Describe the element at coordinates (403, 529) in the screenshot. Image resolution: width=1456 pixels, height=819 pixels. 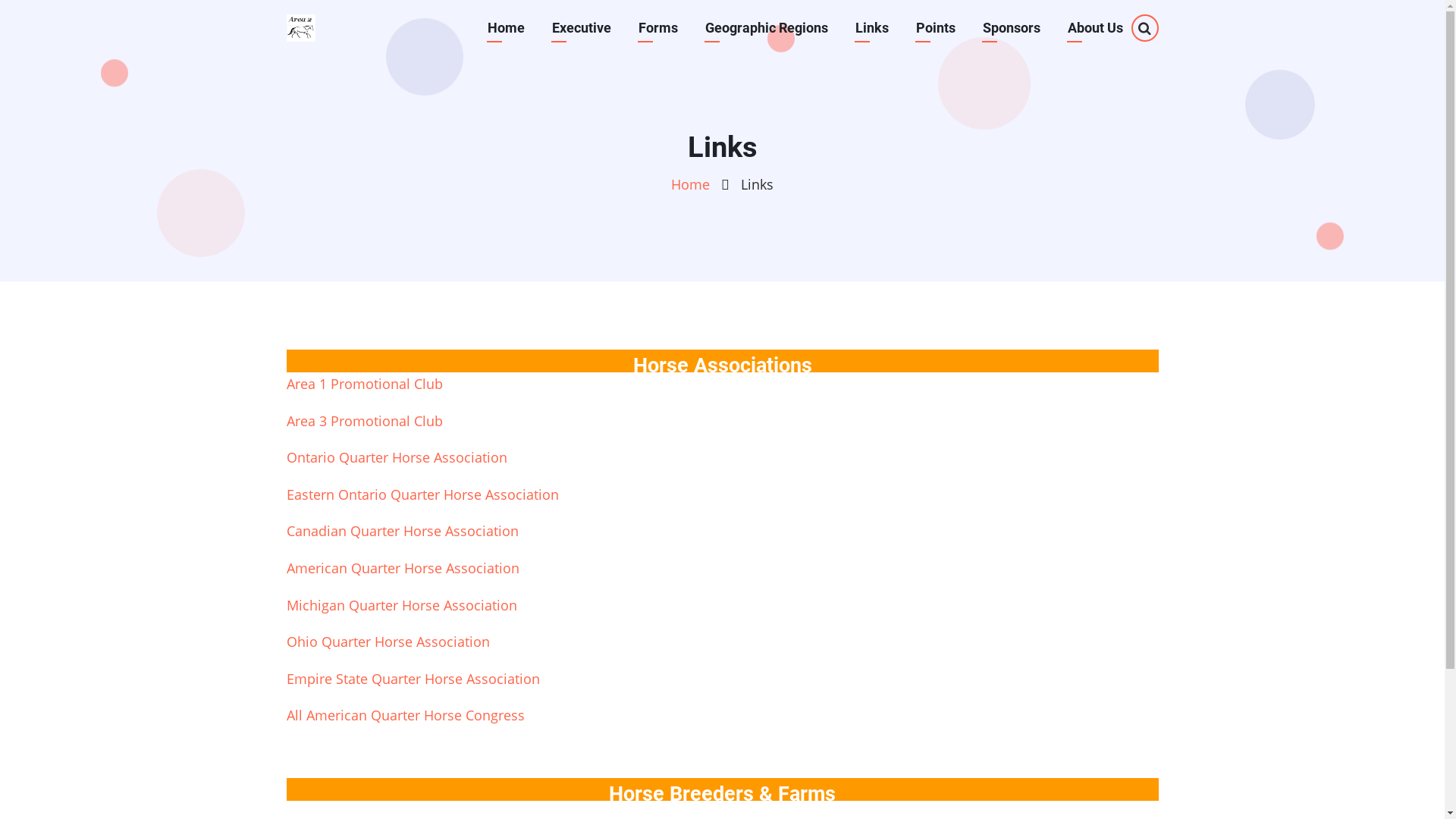
I see `'Canadian Quarter Horse Association'` at that location.